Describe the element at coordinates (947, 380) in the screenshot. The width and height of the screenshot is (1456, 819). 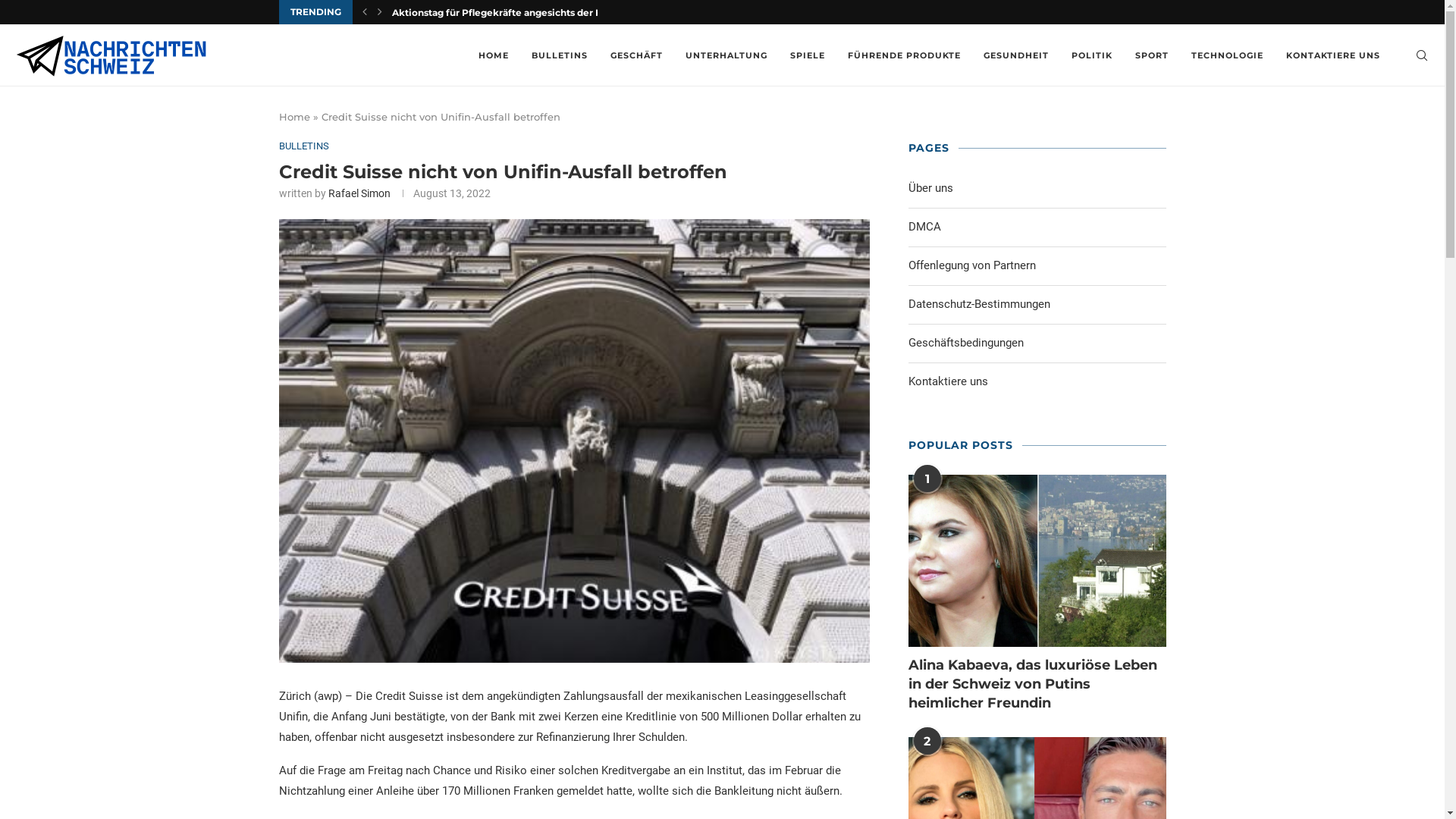
I see `'Kontaktiere uns'` at that location.